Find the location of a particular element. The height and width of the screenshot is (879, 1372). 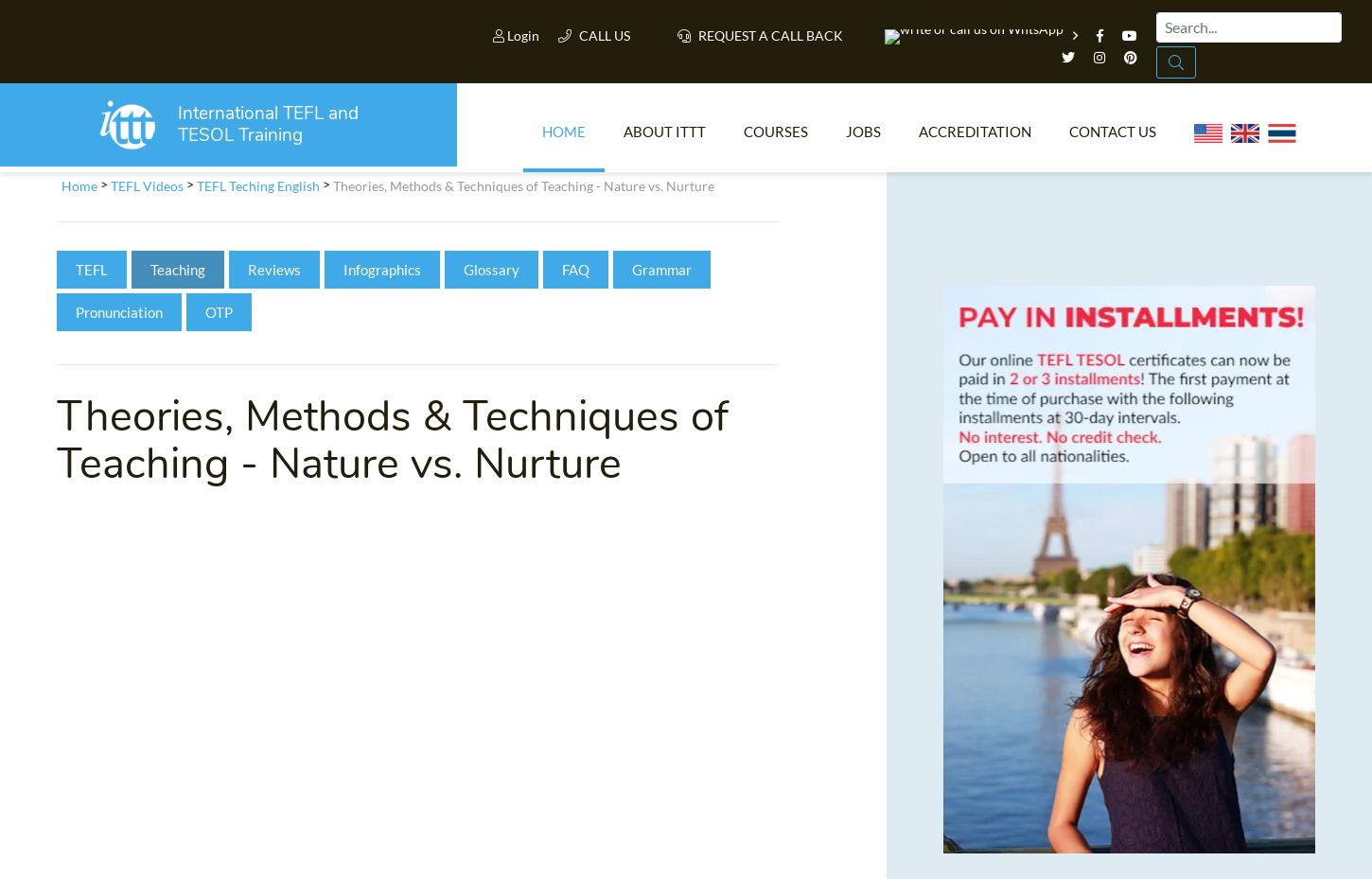

'Reviews' is located at coordinates (274, 275).